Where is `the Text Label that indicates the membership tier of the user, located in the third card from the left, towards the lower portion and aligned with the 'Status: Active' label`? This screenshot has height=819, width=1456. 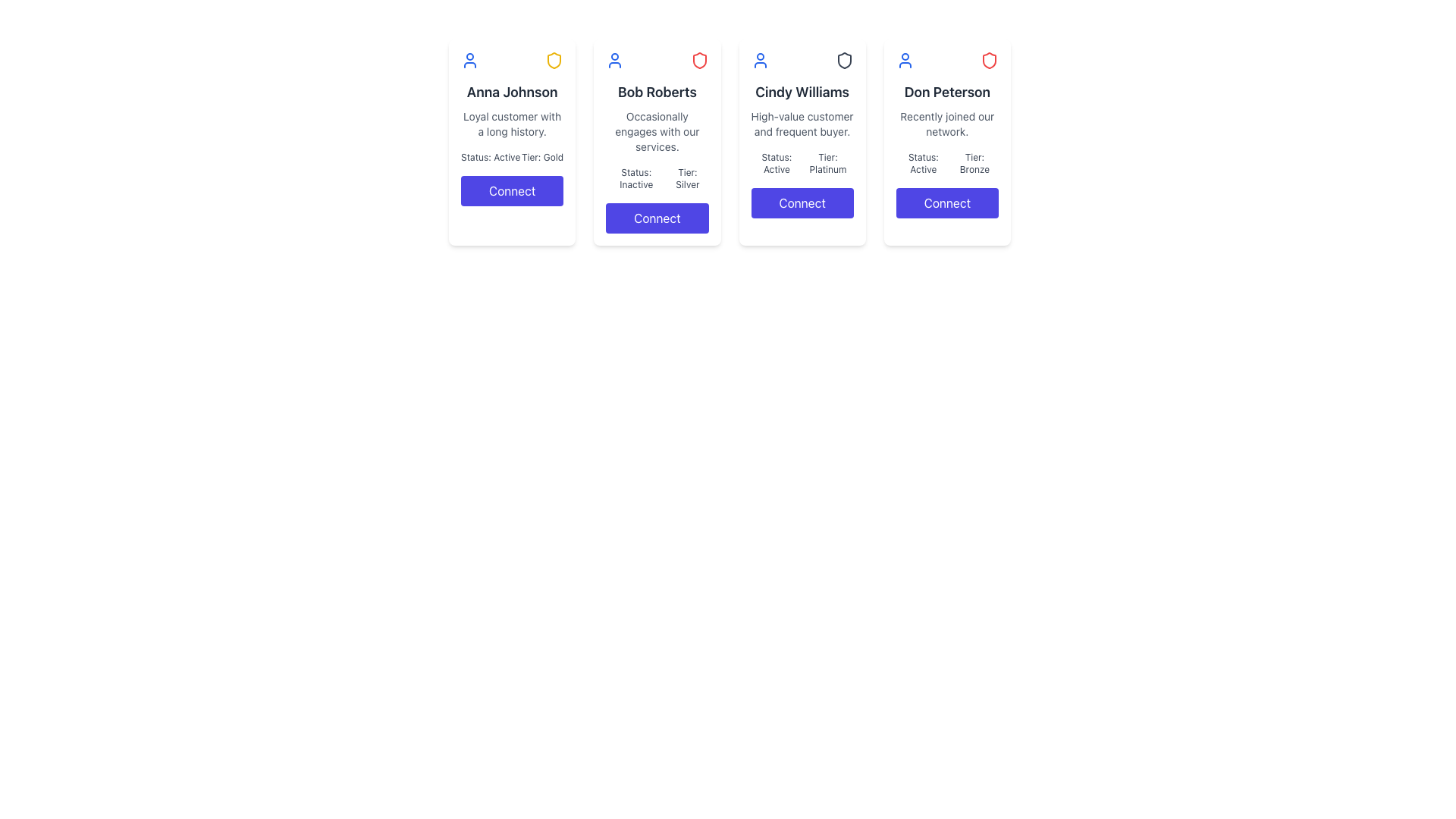 the Text Label that indicates the membership tier of the user, located in the third card from the left, towards the lower portion and aligned with the 'Status: Active' label is located at coordinates (827, 164).